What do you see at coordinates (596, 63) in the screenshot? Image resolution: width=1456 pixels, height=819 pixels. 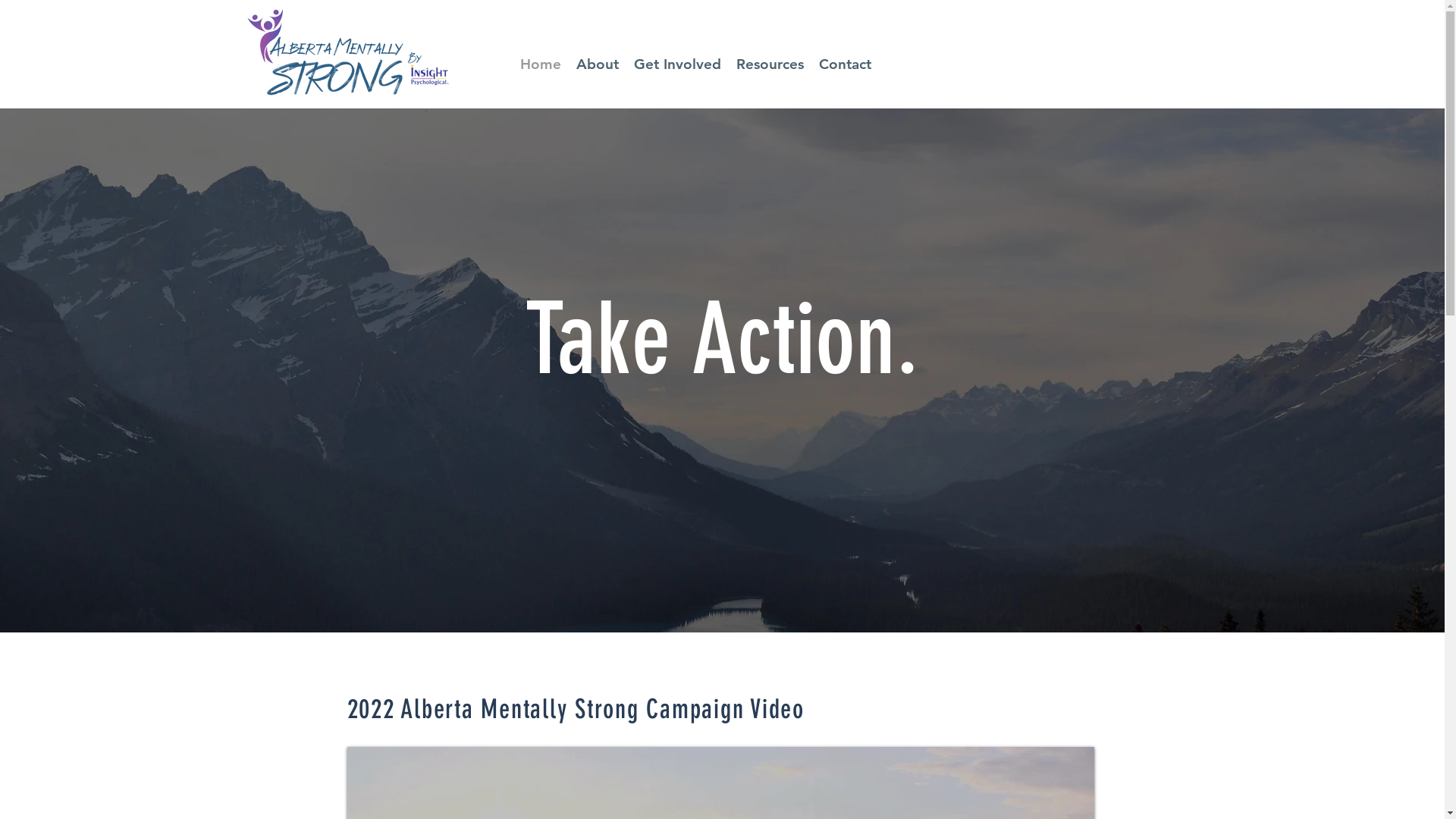 I see `'About'` at bounding box center [596, 63].